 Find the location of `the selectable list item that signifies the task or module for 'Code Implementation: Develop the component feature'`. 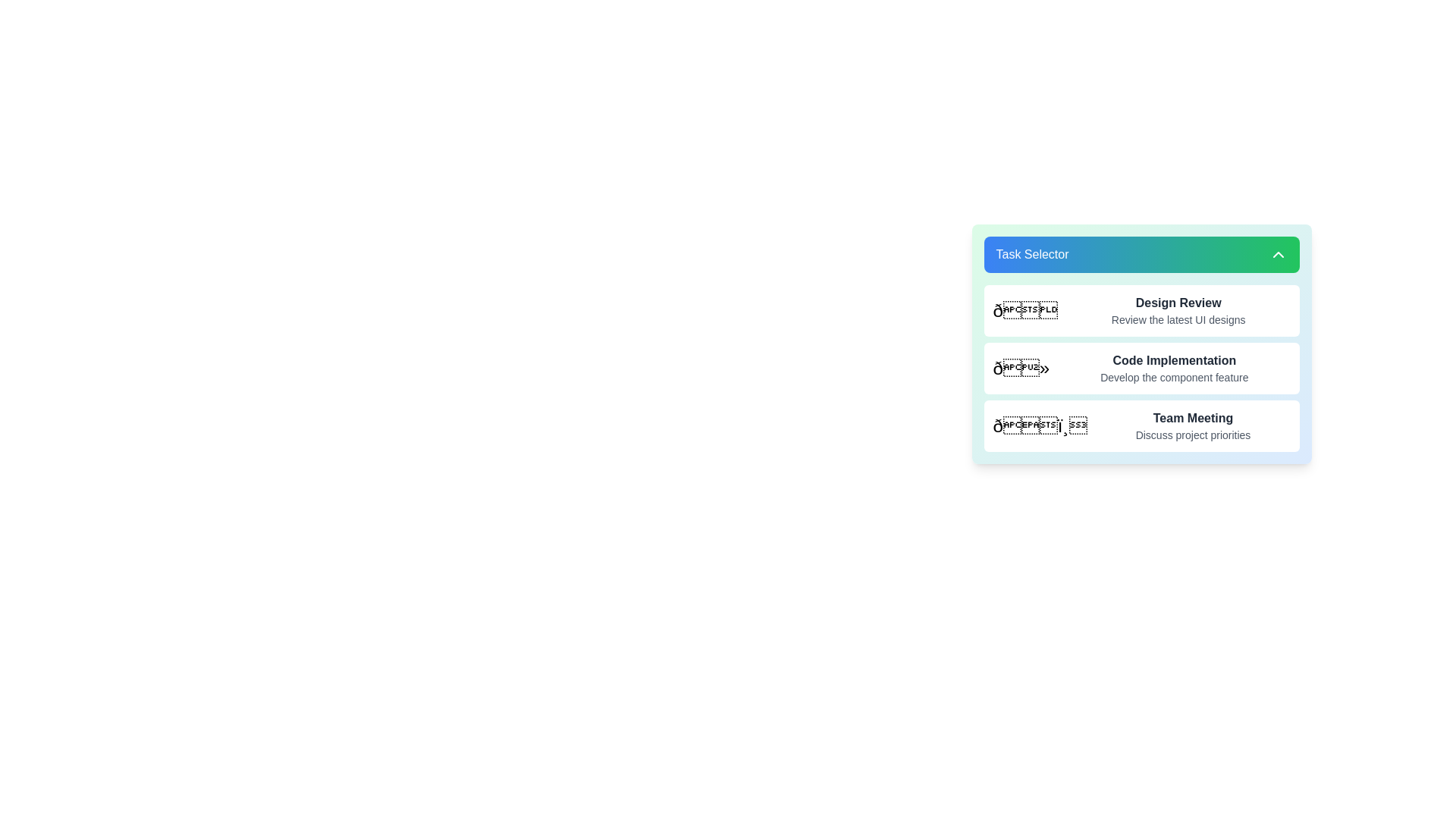

the selectable list item that signifies the task or module for 'Code Implementation: Develop the component feature' is located at coordinates (1141, 369).